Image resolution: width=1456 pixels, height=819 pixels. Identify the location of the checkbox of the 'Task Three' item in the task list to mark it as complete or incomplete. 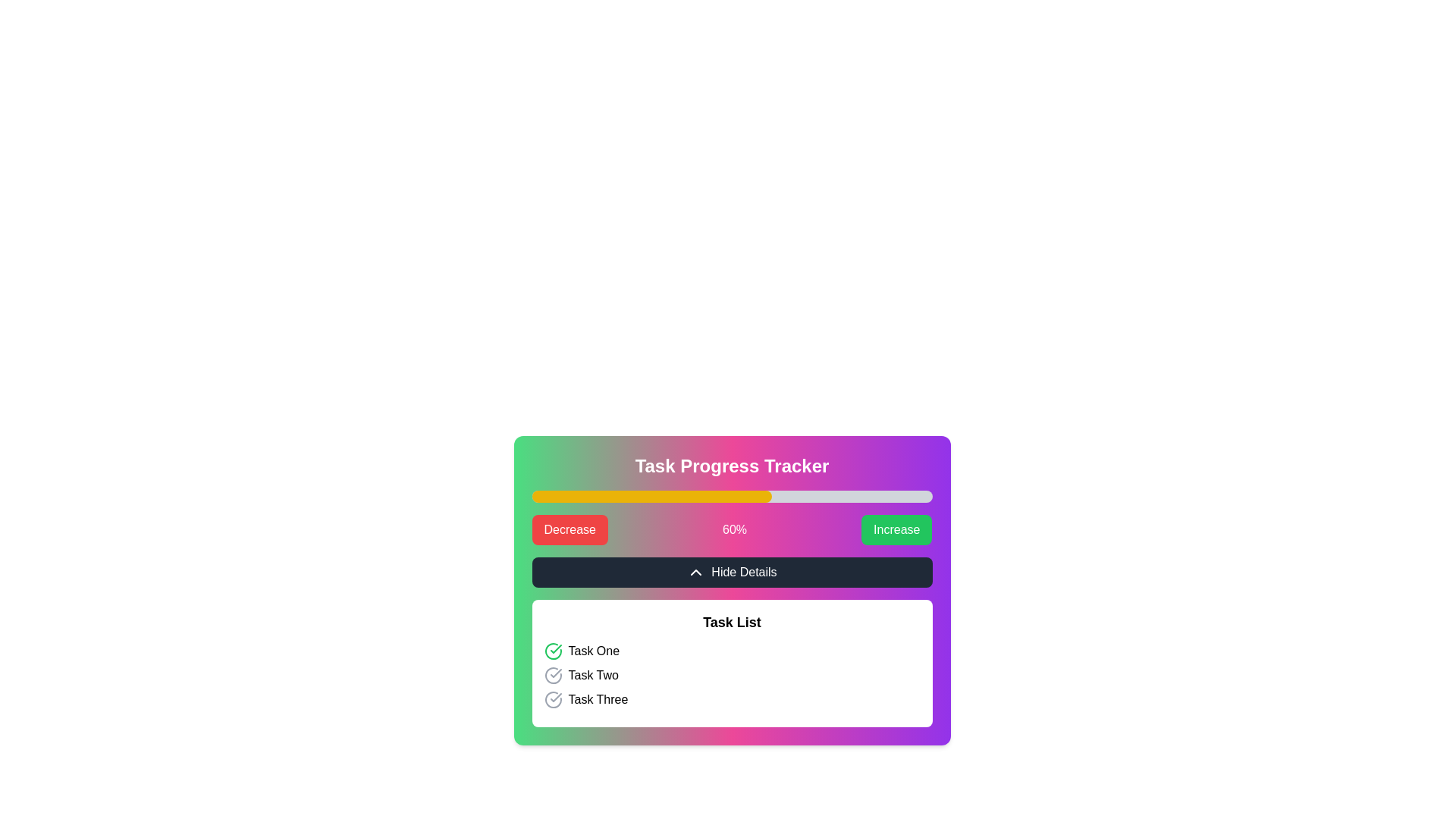
(732, 699).